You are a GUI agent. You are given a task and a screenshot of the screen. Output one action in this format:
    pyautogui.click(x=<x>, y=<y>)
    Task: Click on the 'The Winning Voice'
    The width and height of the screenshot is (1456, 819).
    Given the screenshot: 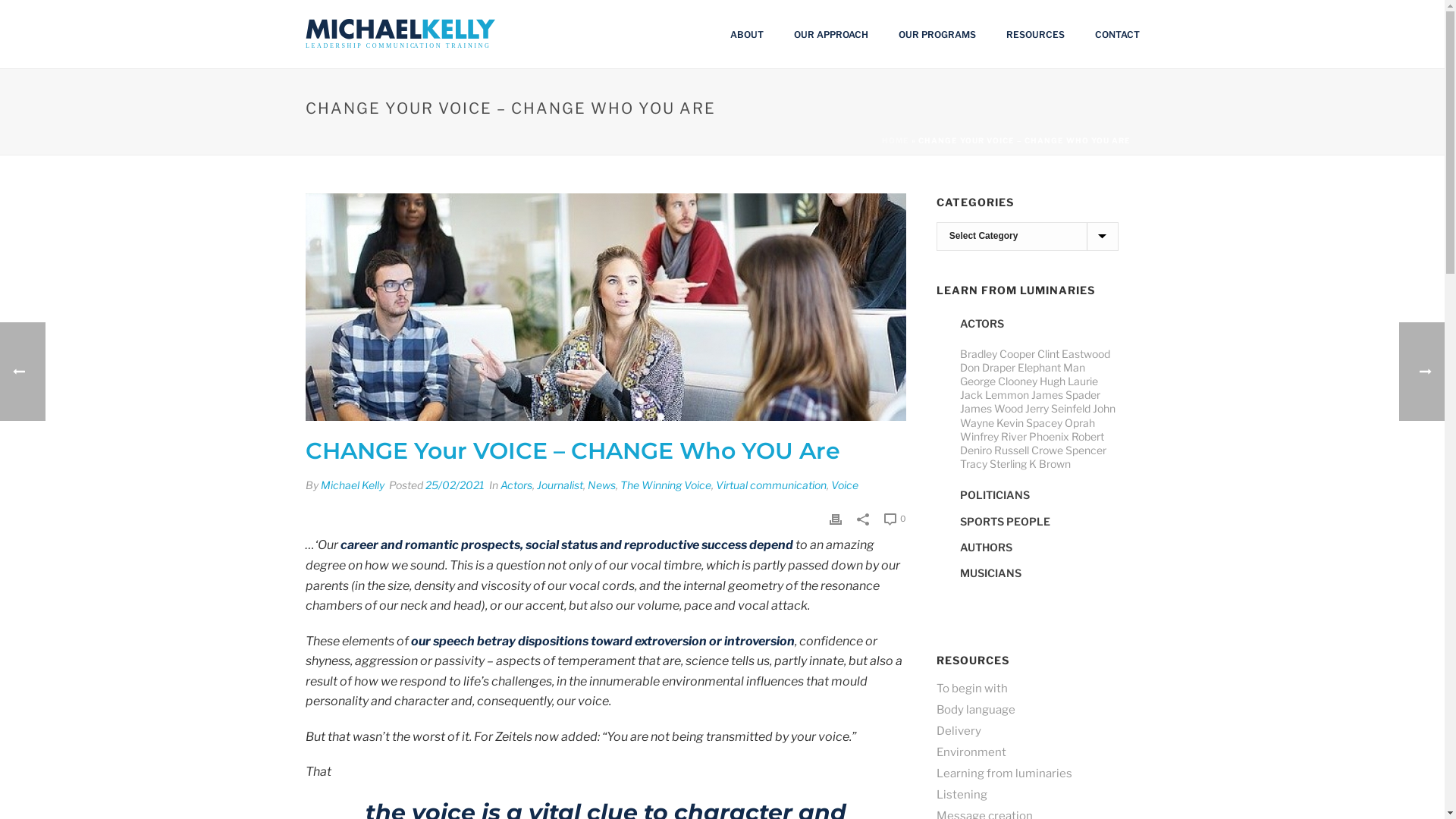 What is the action you would take?
    pyautogui.click(x=666, y=485)
    